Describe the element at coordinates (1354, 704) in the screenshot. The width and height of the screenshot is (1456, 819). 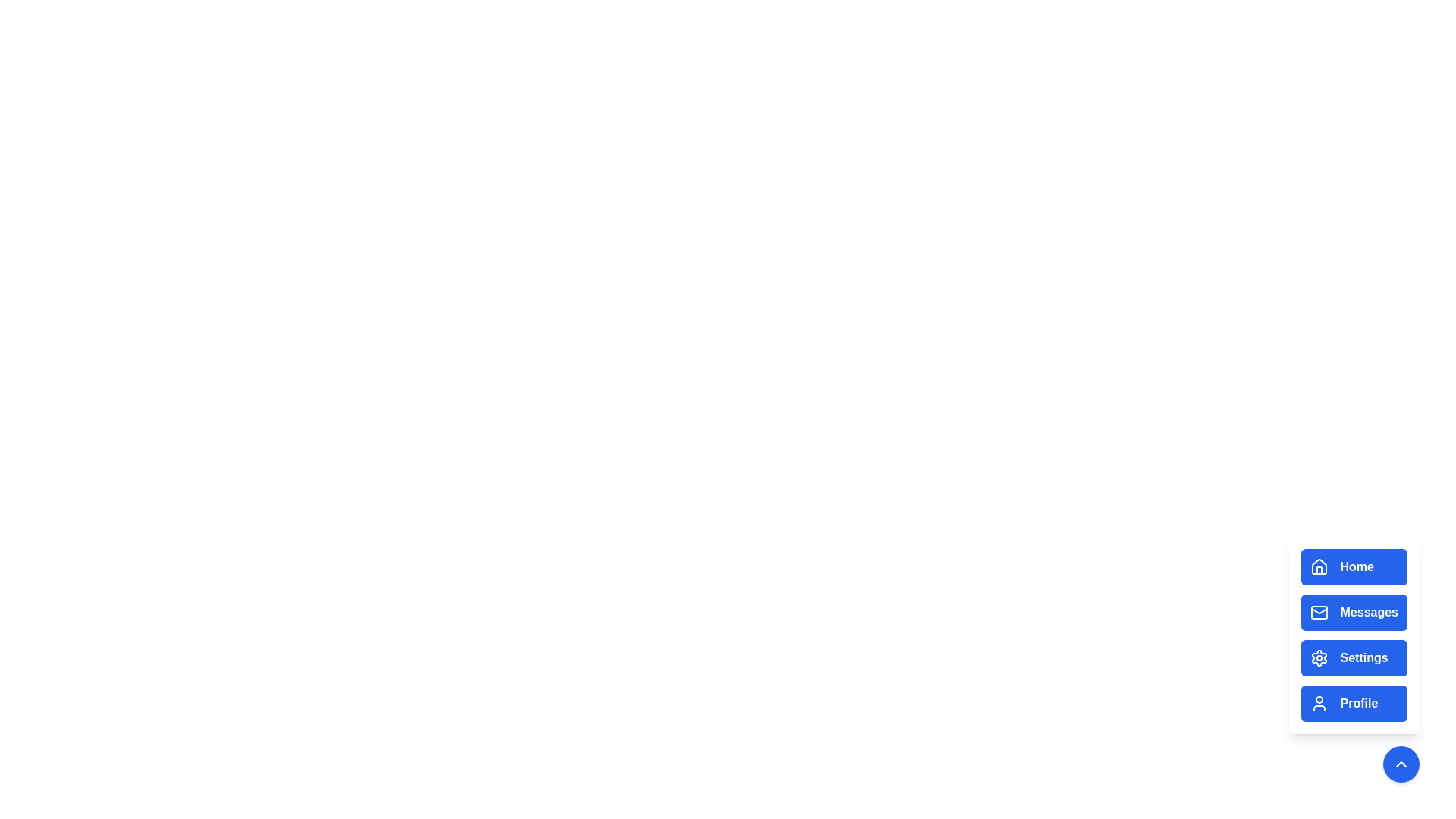
I see `the Profile button in the menu` at that location.